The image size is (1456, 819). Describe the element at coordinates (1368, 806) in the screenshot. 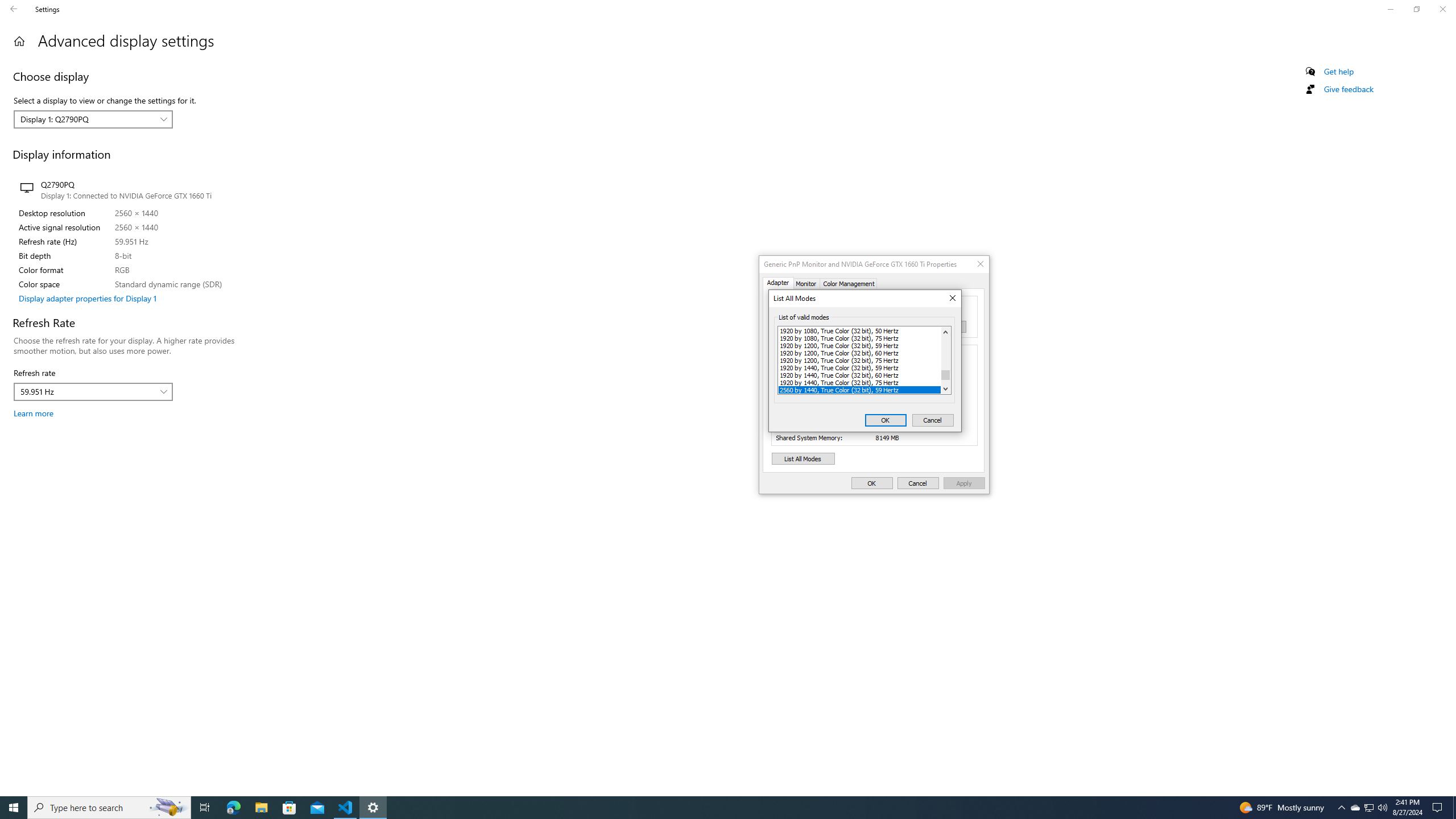

I see `'User Promoted Notification Area'` at that location.